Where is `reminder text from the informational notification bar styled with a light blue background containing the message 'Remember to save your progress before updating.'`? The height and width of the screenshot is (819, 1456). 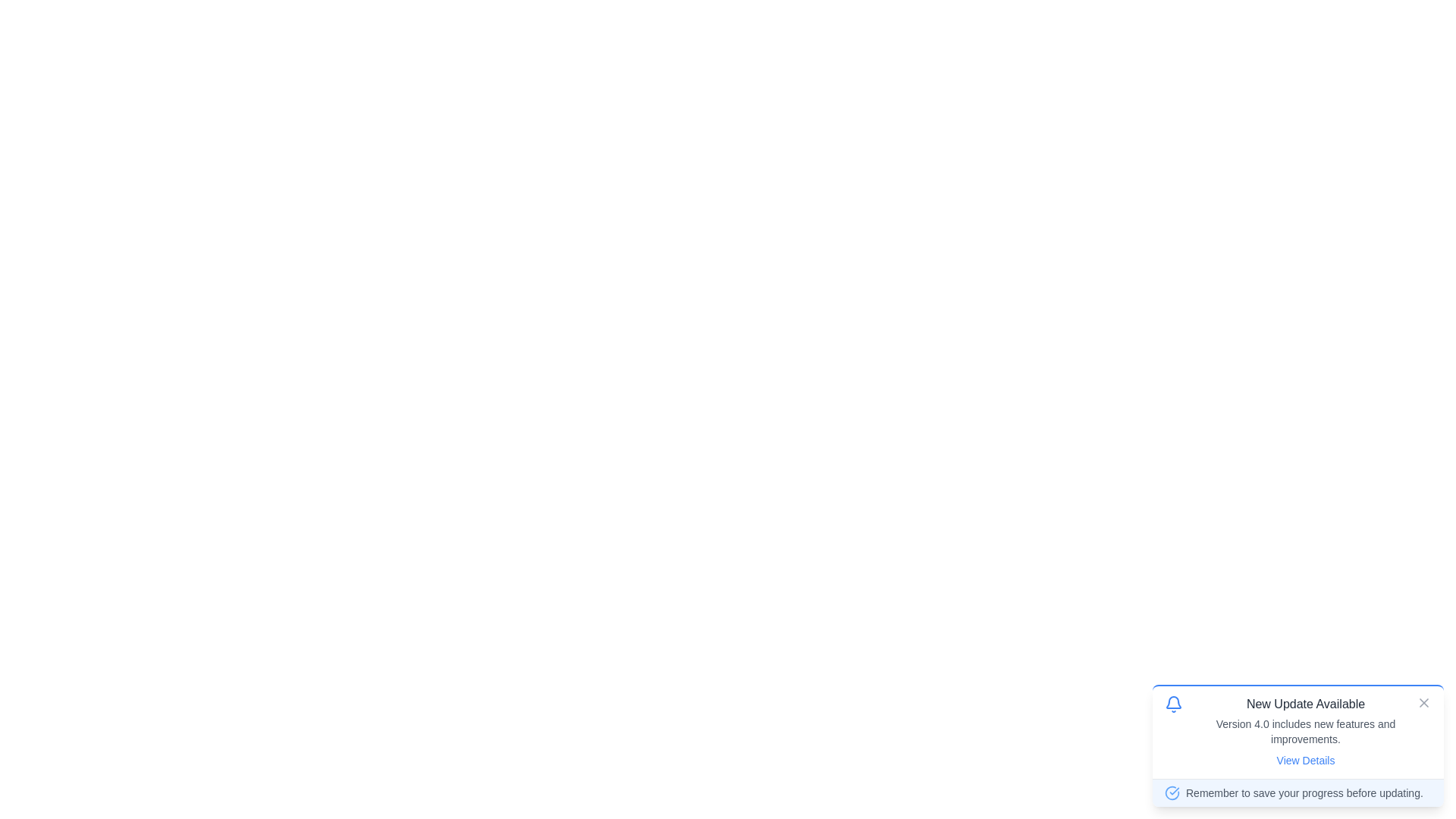
reminder text from the informational notification bar styled with a light blue background containing the message 'Remember to save your progress before updating.' is located at coordinates (1298, 792).